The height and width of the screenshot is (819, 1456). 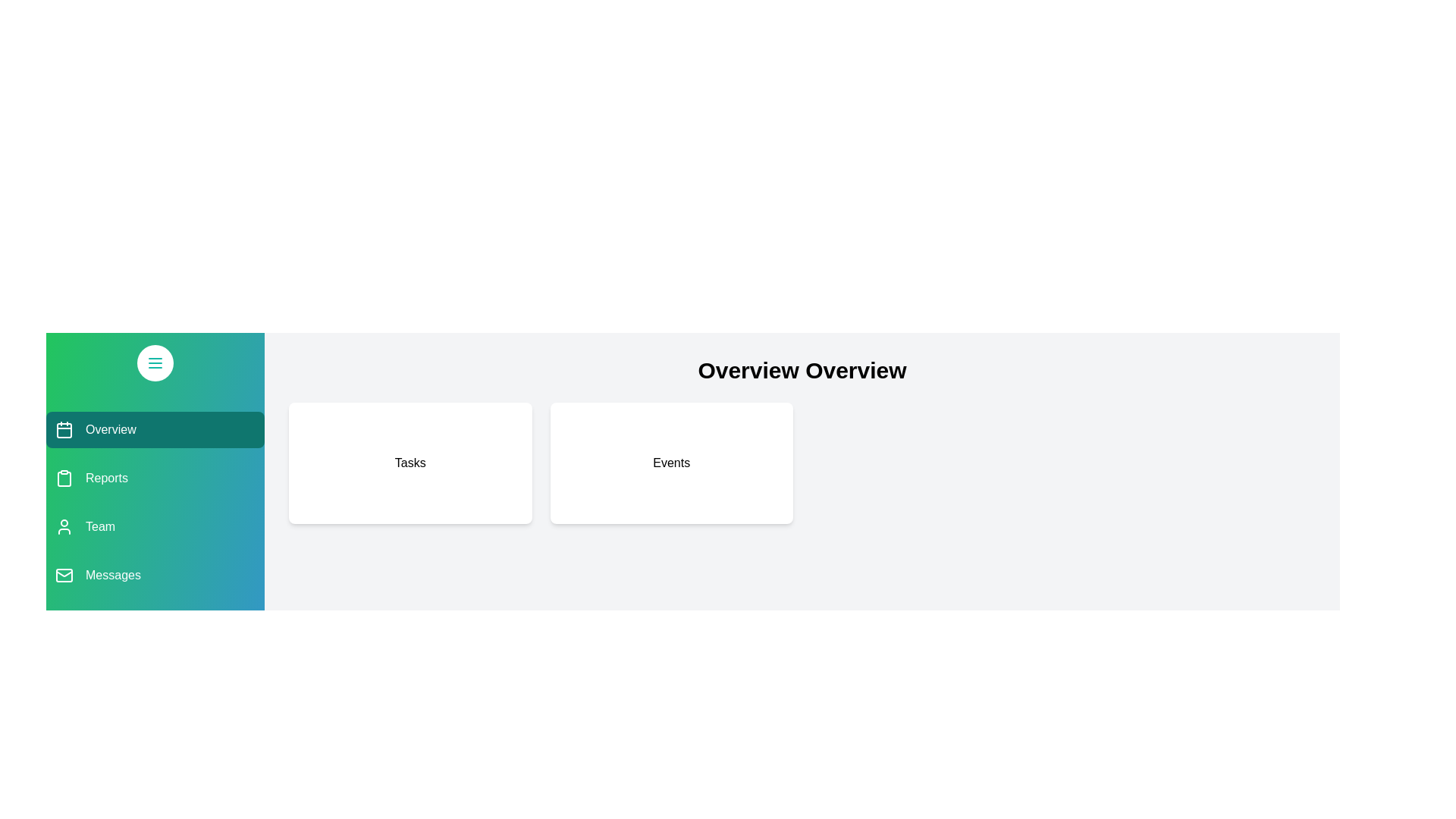 I want to click on the navigation section Reports, so click(x=155, y=479).